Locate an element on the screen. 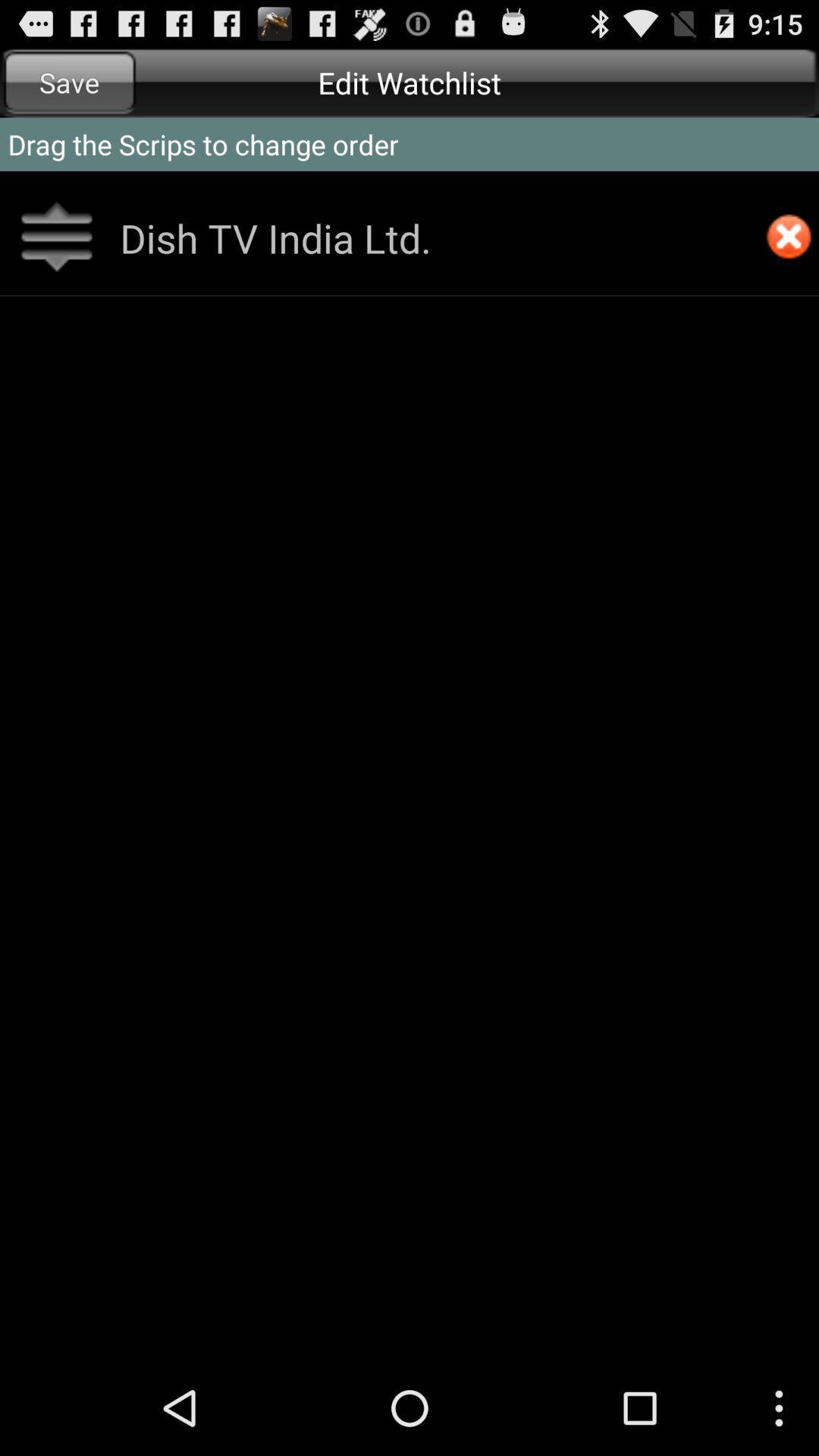 This screenshot has height=1456, width=819. item below drag the scrips app is located at coordinates (788, 237).